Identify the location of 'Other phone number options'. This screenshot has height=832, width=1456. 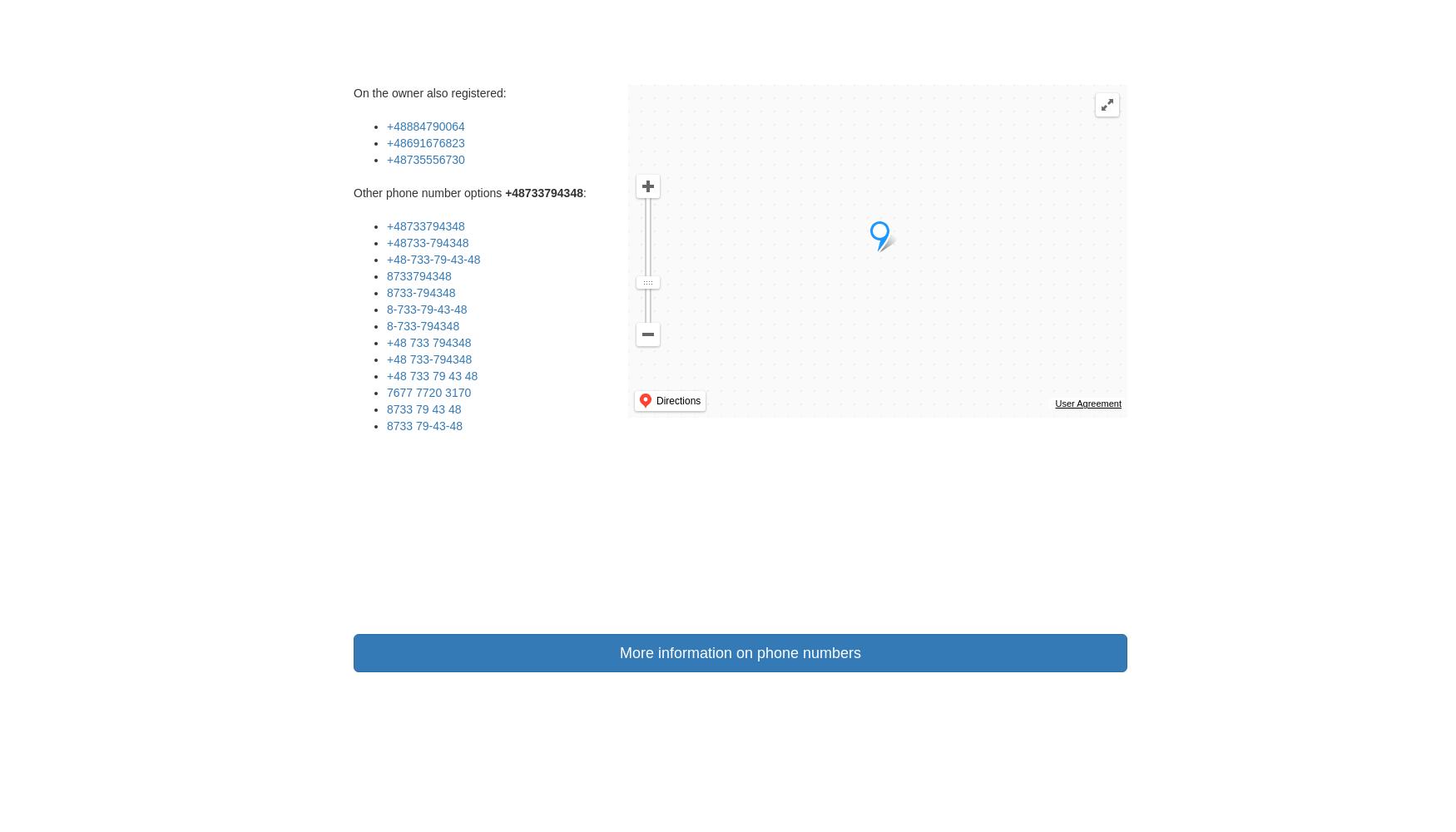
(428, 192).